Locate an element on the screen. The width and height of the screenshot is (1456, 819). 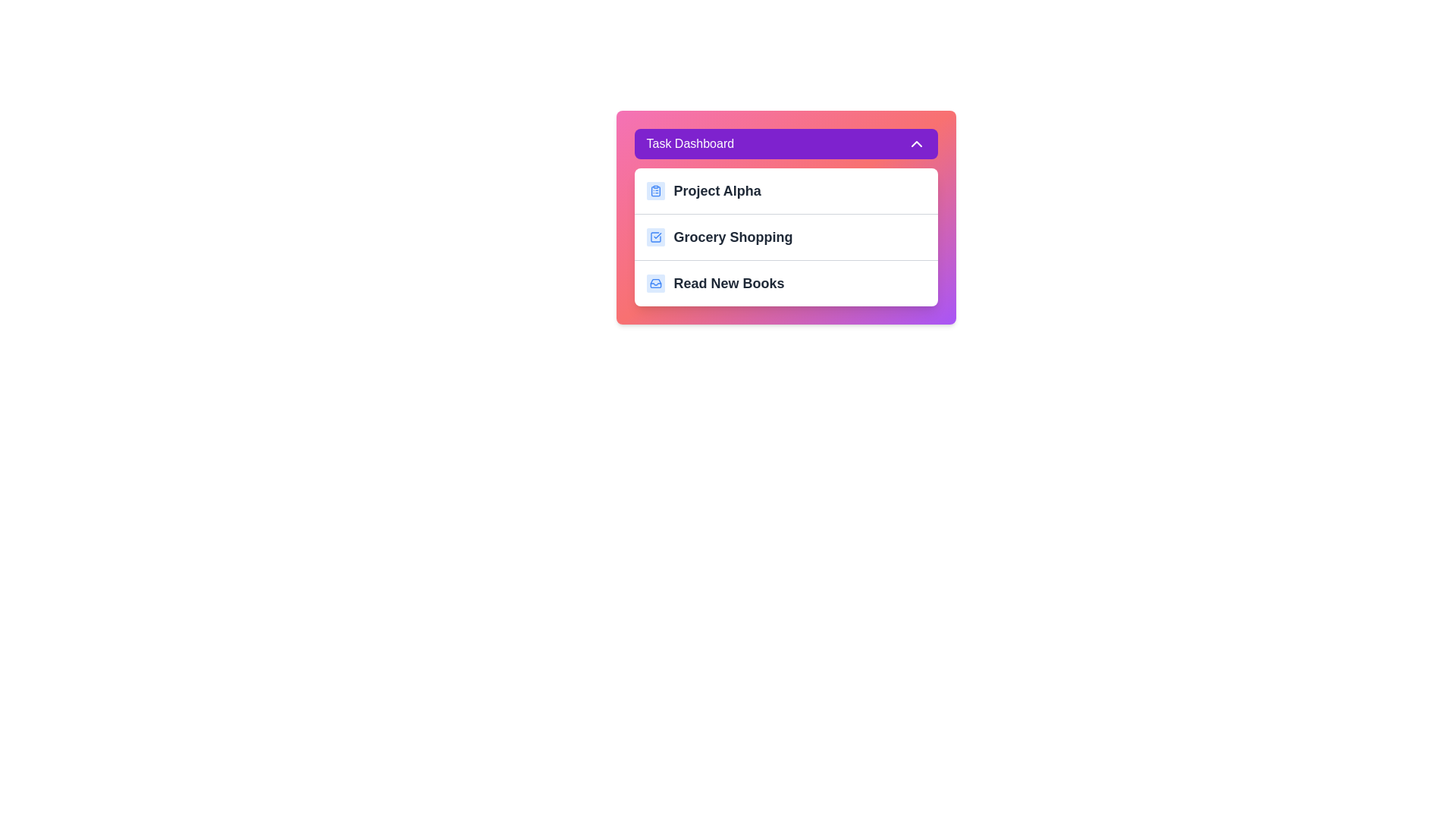
the upward-pointing chevron icon button associated with the 'Task Dashboard' header is located at coordinates (915, 143).